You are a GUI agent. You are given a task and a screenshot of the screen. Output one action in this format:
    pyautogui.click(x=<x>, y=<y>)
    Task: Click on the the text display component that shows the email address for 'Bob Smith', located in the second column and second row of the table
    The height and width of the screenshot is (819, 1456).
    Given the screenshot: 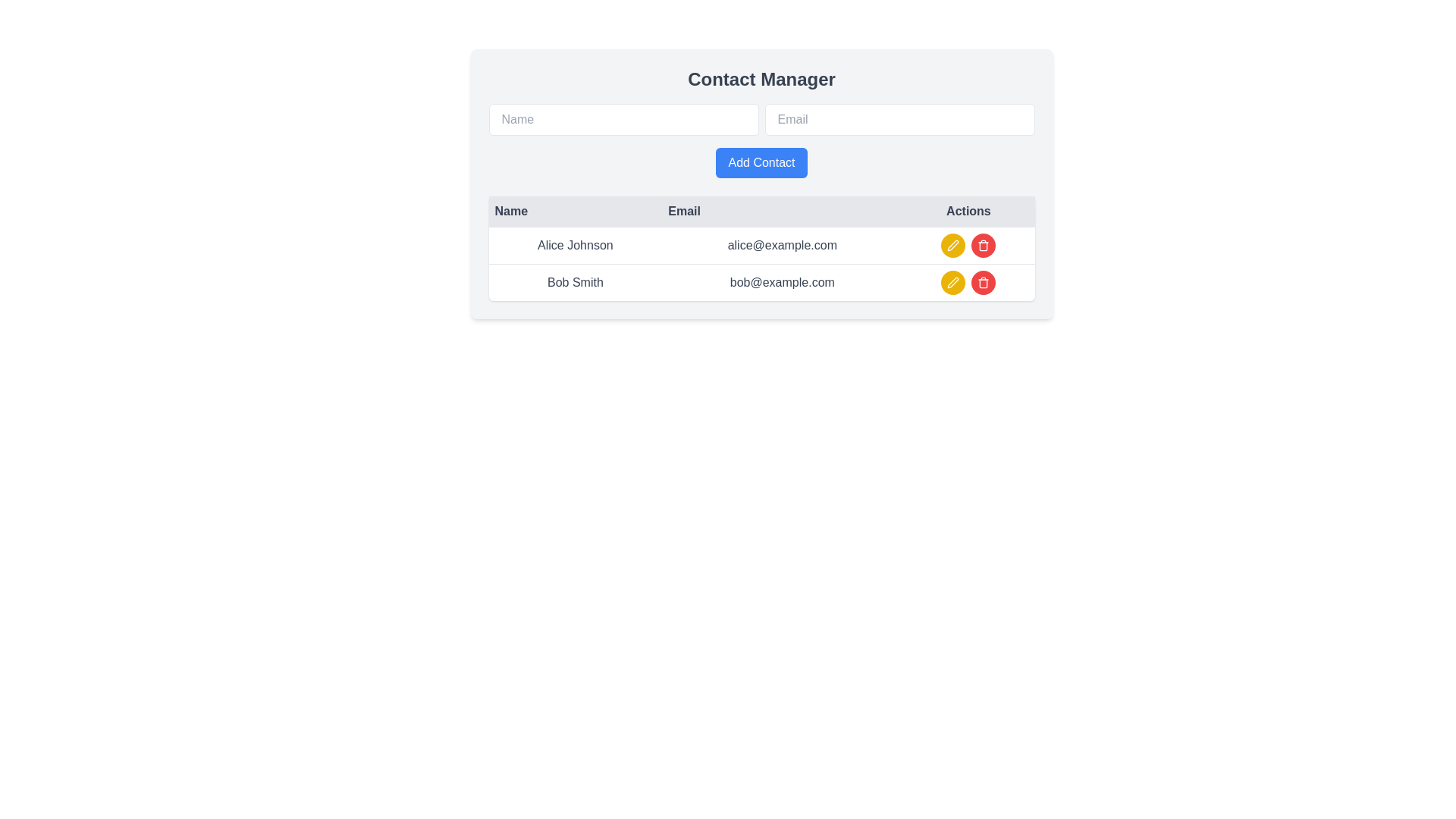 What is the action you would take?
    pyautogui.click(x=782, y=282)
    